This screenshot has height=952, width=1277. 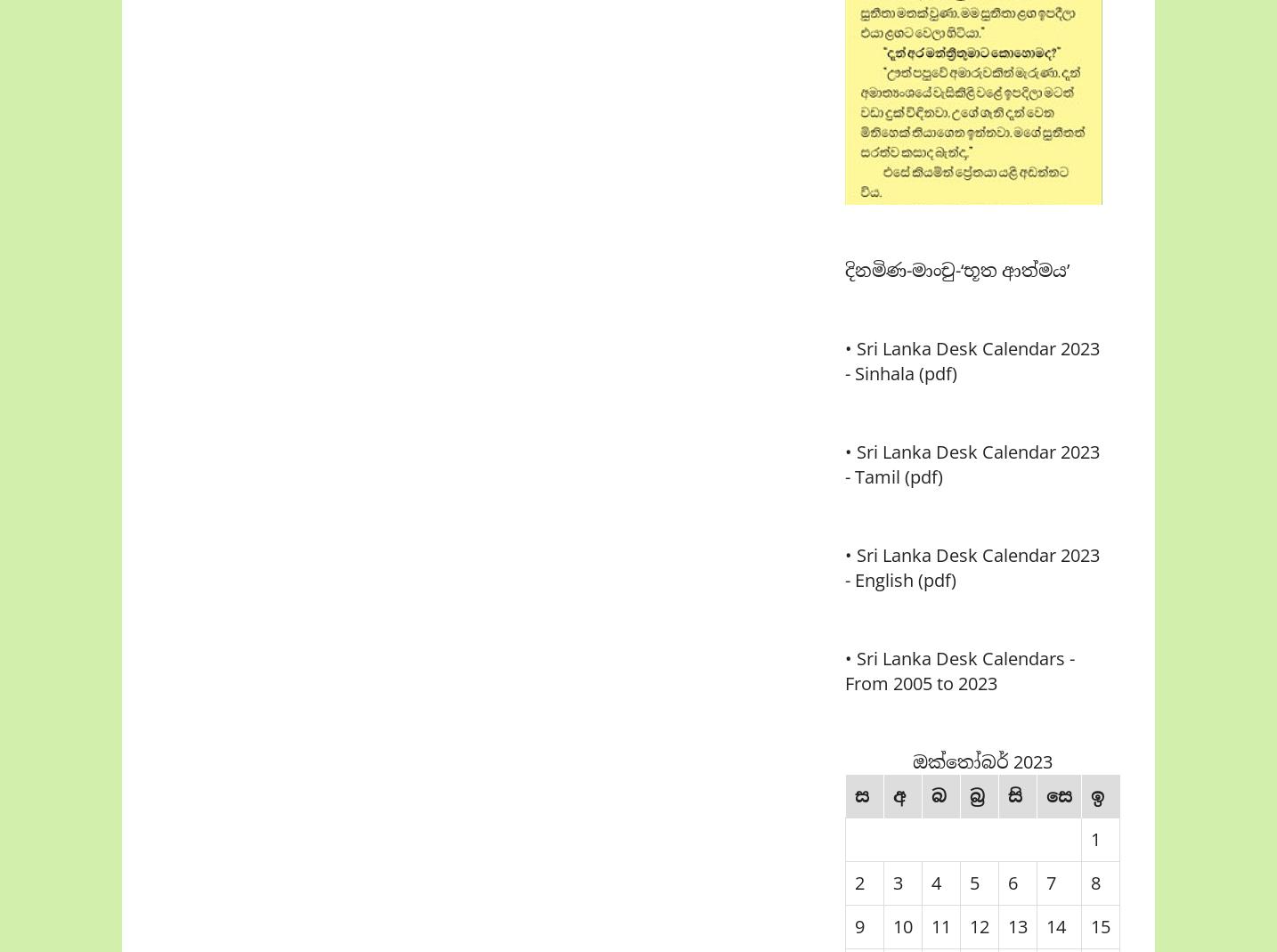 What do you see at coordinates (974, 883) in the screenshot?
I see `'5'` at bounding box center [974, 883].